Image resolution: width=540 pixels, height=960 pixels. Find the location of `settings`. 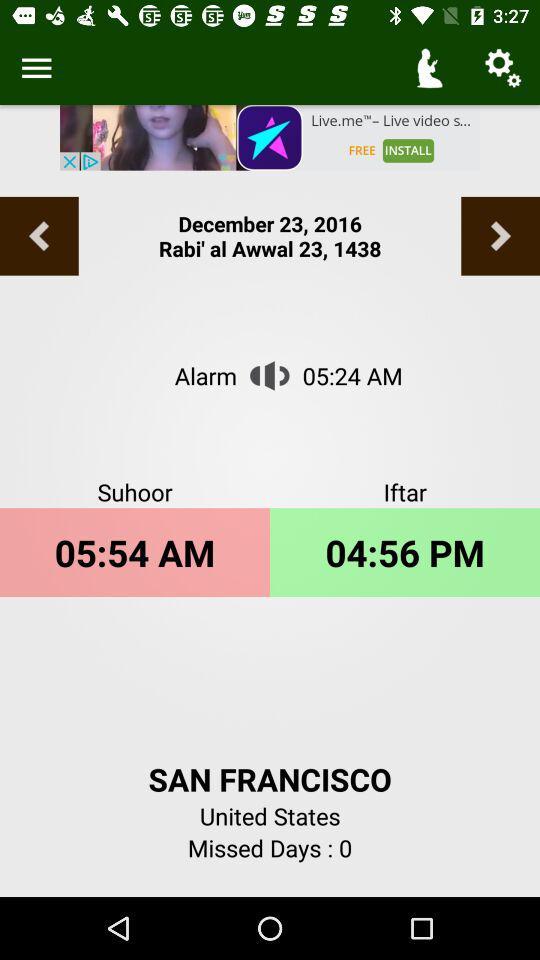

settings is located at coordinates (36, 68).